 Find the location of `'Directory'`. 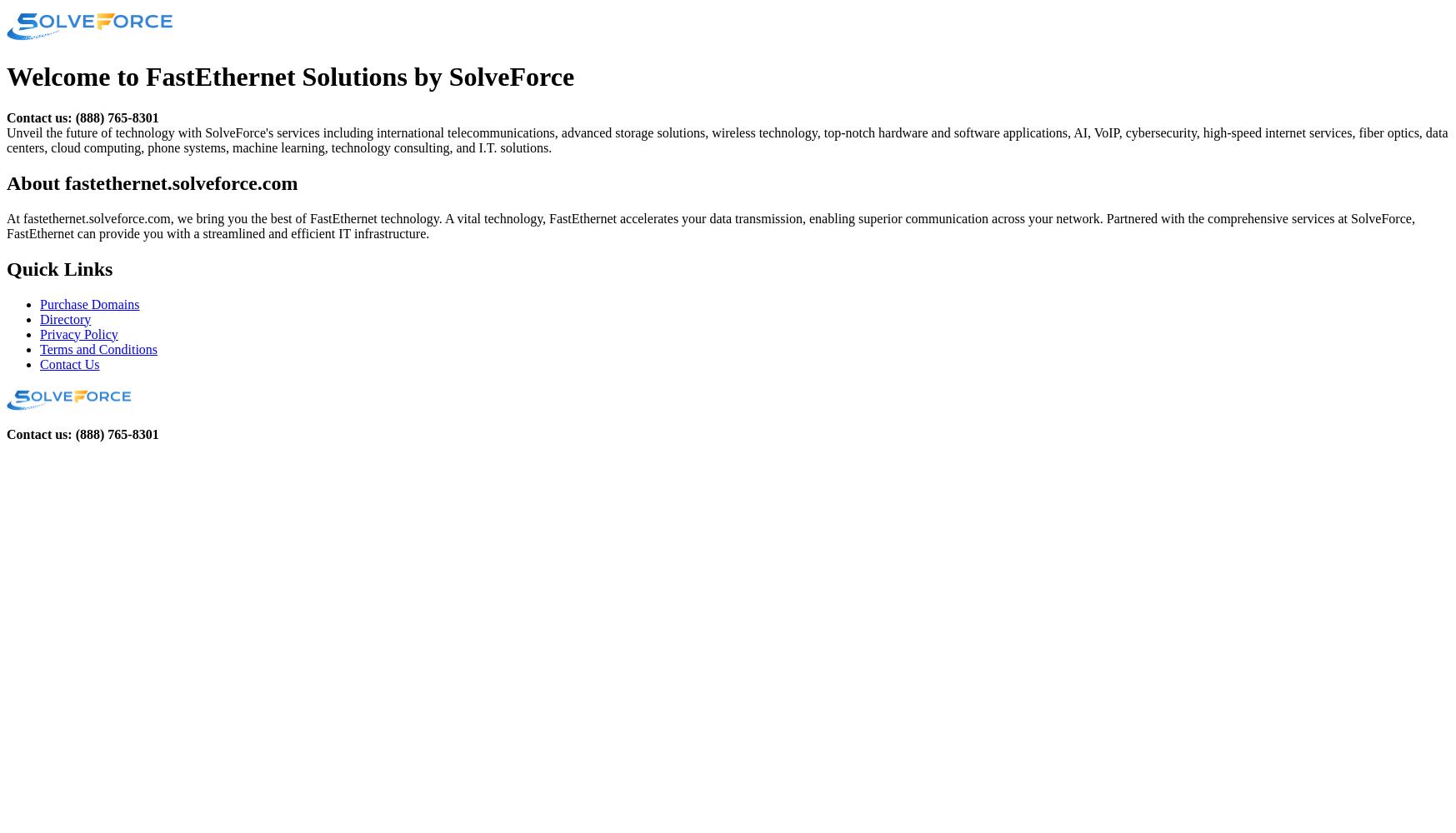

'Directory' is located at coordinates (64, 318).